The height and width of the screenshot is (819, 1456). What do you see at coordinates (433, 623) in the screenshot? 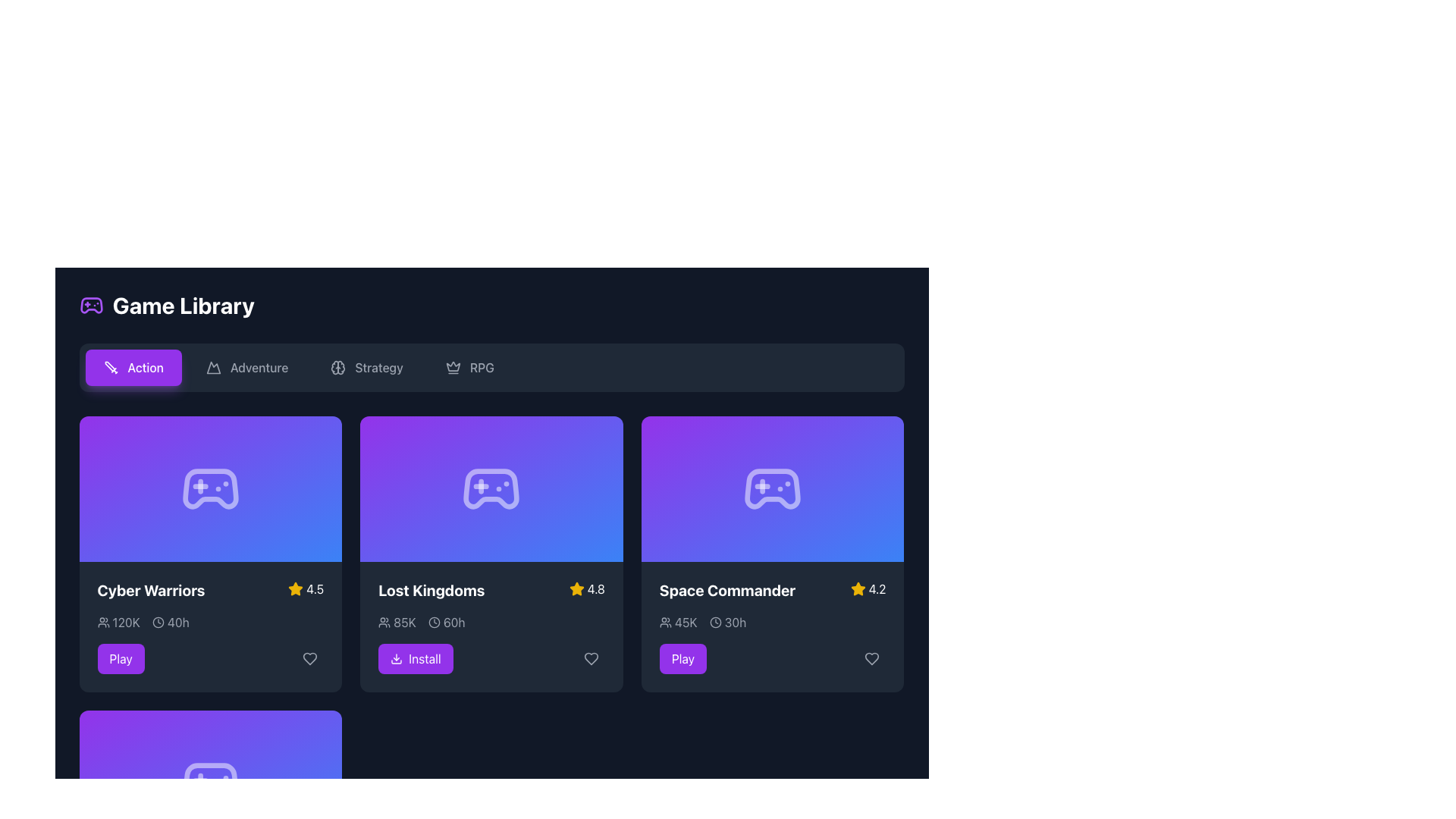
I see `SVG Circle element located at the top right corner of the Lost Kingdoms card in the Game Library interface for debugging purposes` at bounding box center [433, 623].